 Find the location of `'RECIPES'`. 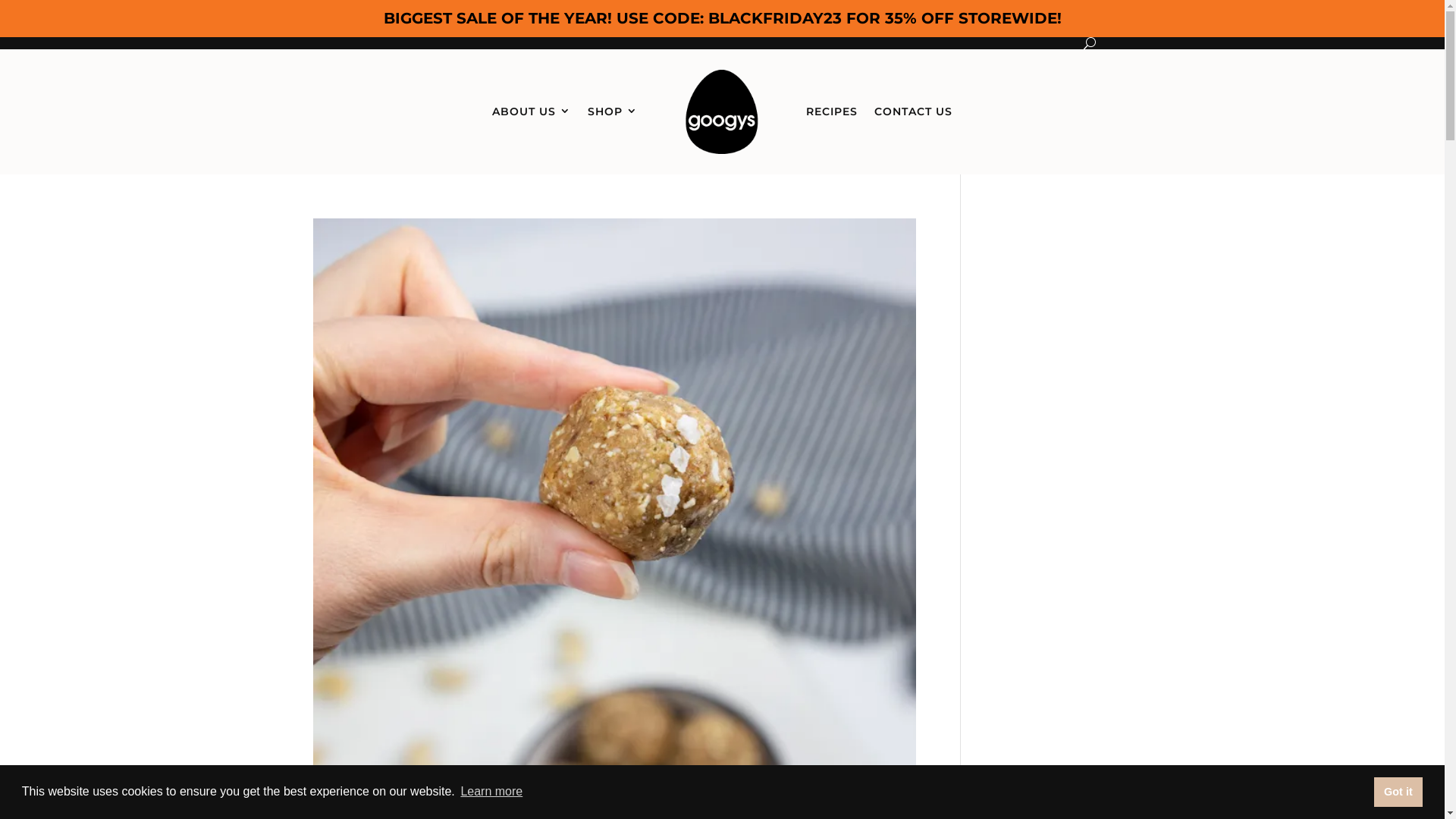

'RECIPES' is located at coordinates (831, 111).